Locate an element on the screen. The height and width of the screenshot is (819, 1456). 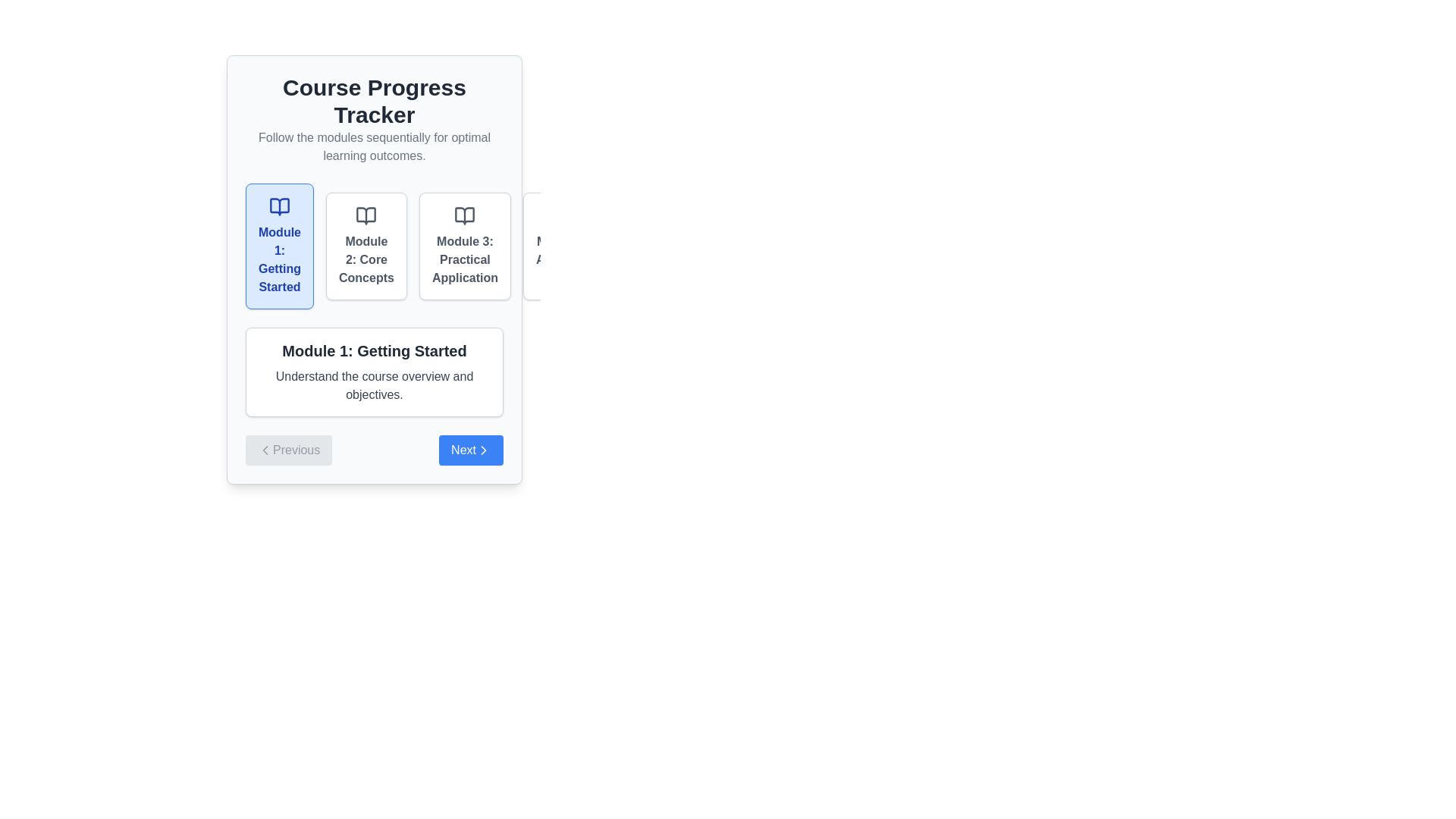
the appearance of the chevron icon located within the blue 'Next' button at the bottom-right corner of the module navigation interface is located at coordinates (483, 450).